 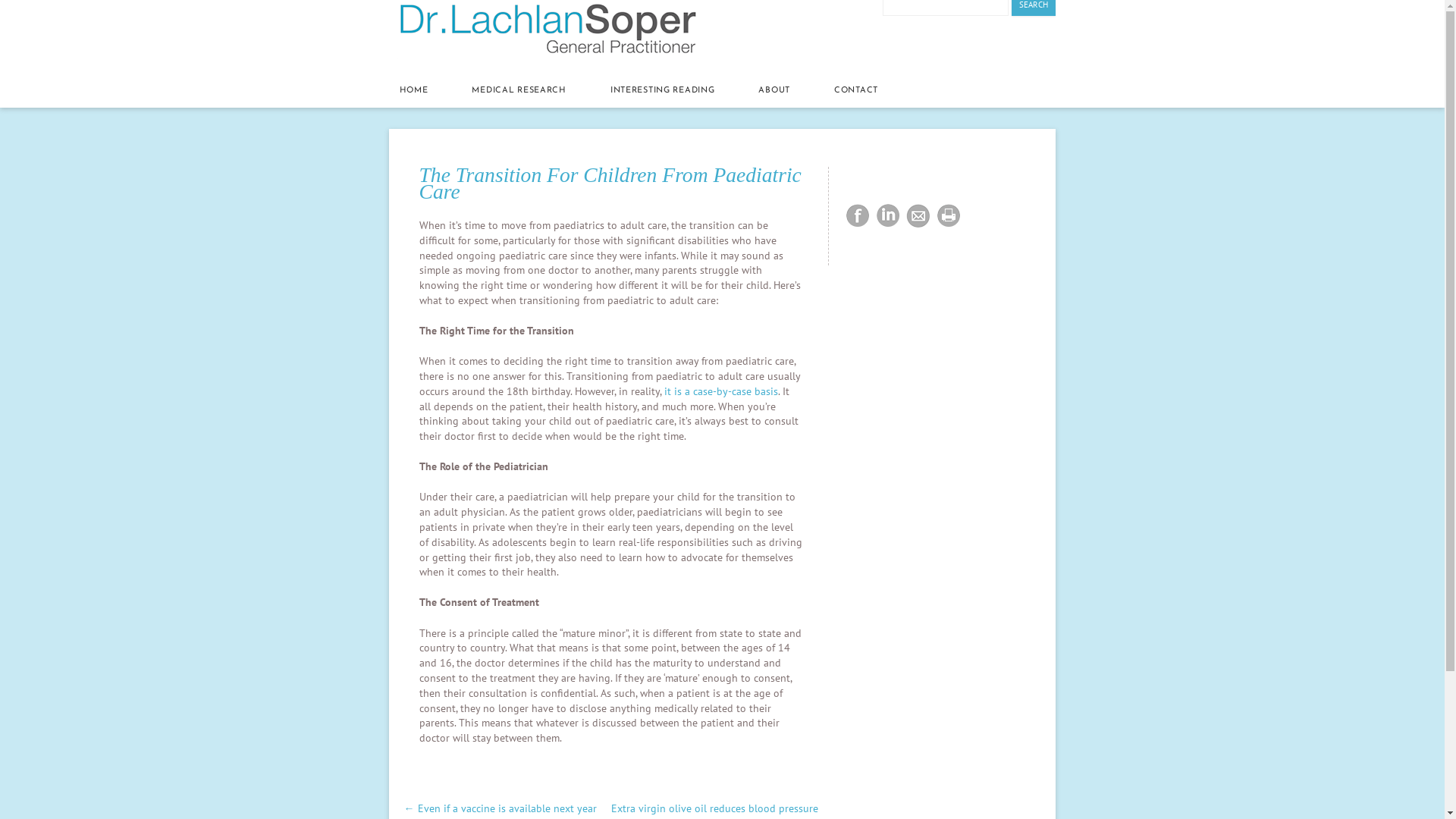 What do you see at coordinates (720, 391) in the screenshot?
I see `'it is a case-by-case basis'` at bounding box center [720, 391].